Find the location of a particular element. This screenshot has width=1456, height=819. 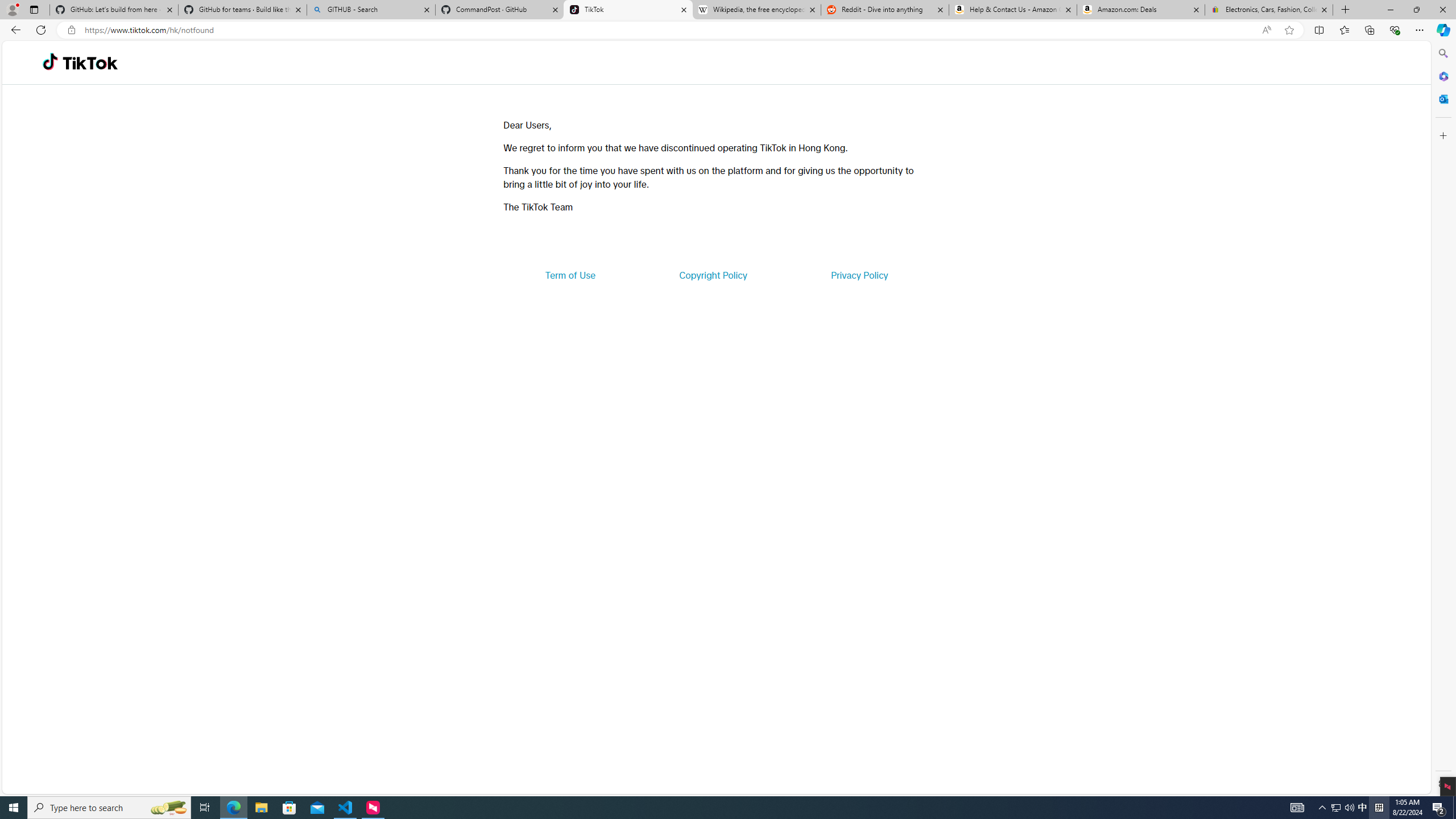

'Copyright Policy' is located at coordinates (712, 274).